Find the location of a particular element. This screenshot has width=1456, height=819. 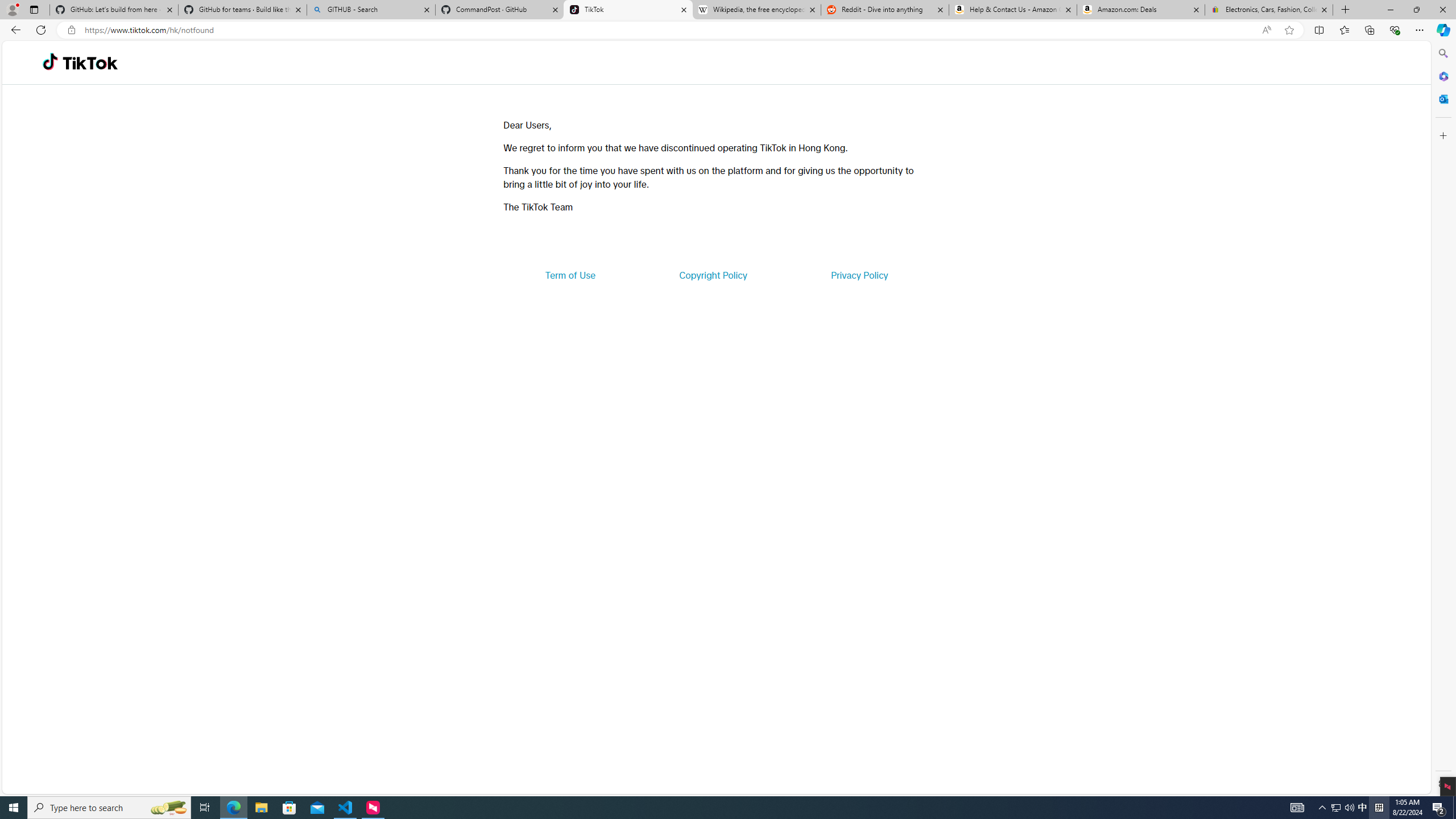

'Copyright Policy' is located at coordinates (712, 274).